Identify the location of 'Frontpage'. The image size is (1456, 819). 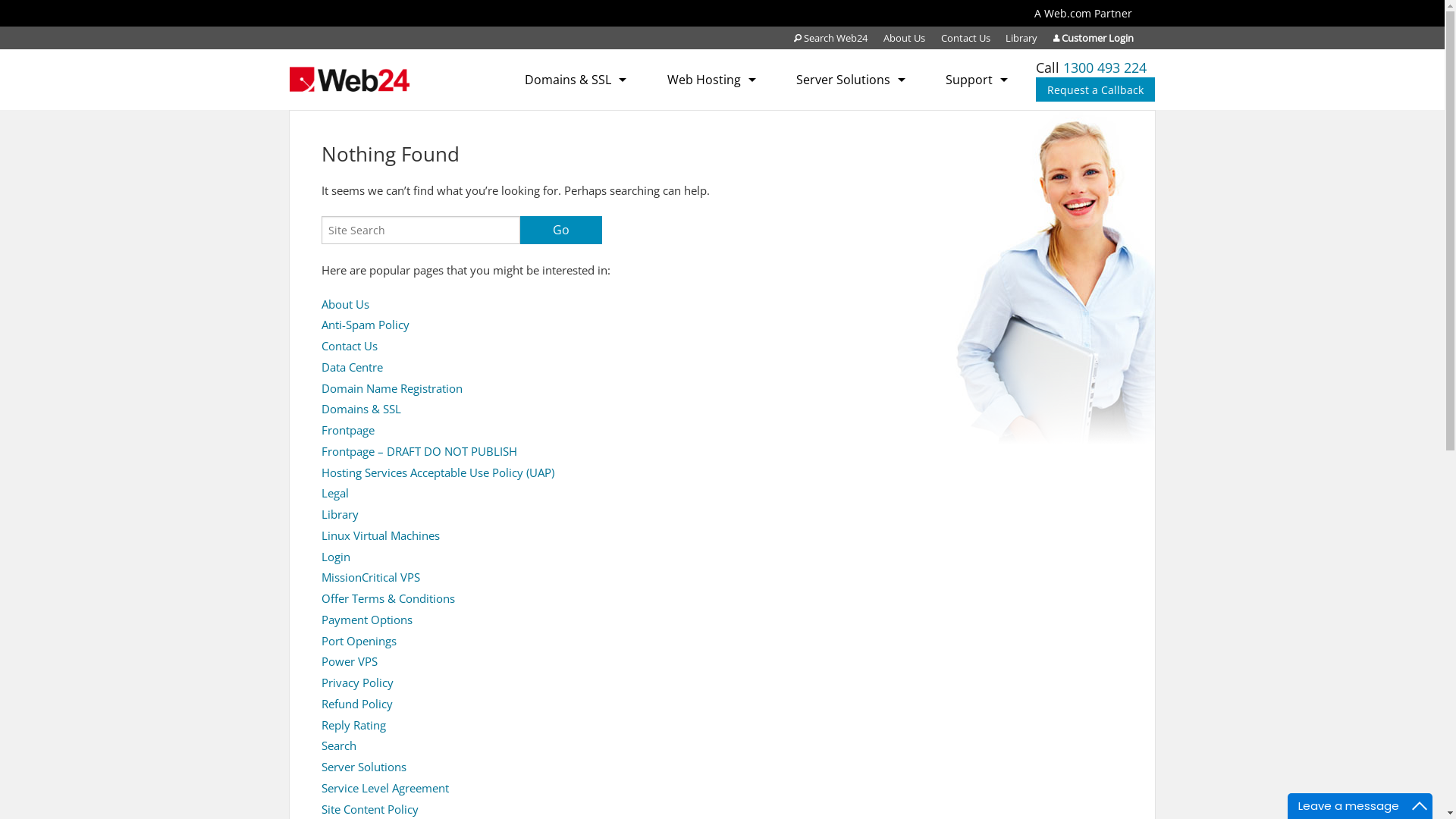
(347, 430).